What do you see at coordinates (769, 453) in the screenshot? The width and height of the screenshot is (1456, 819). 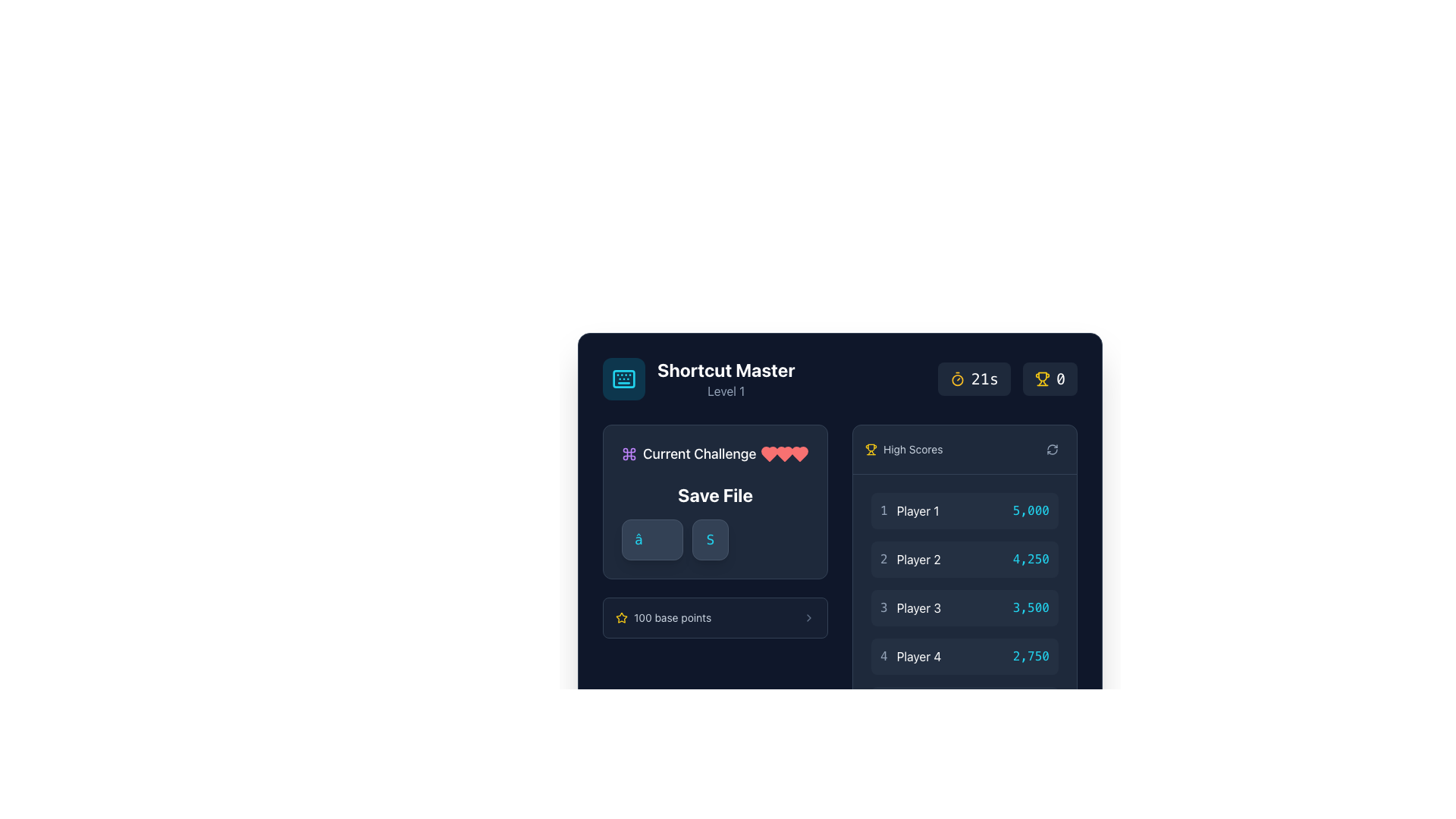 I see `the red heart icon located in the 'Current Challenge' section, which is the leftmost of three similar icons` at bounding box center [769, 453].